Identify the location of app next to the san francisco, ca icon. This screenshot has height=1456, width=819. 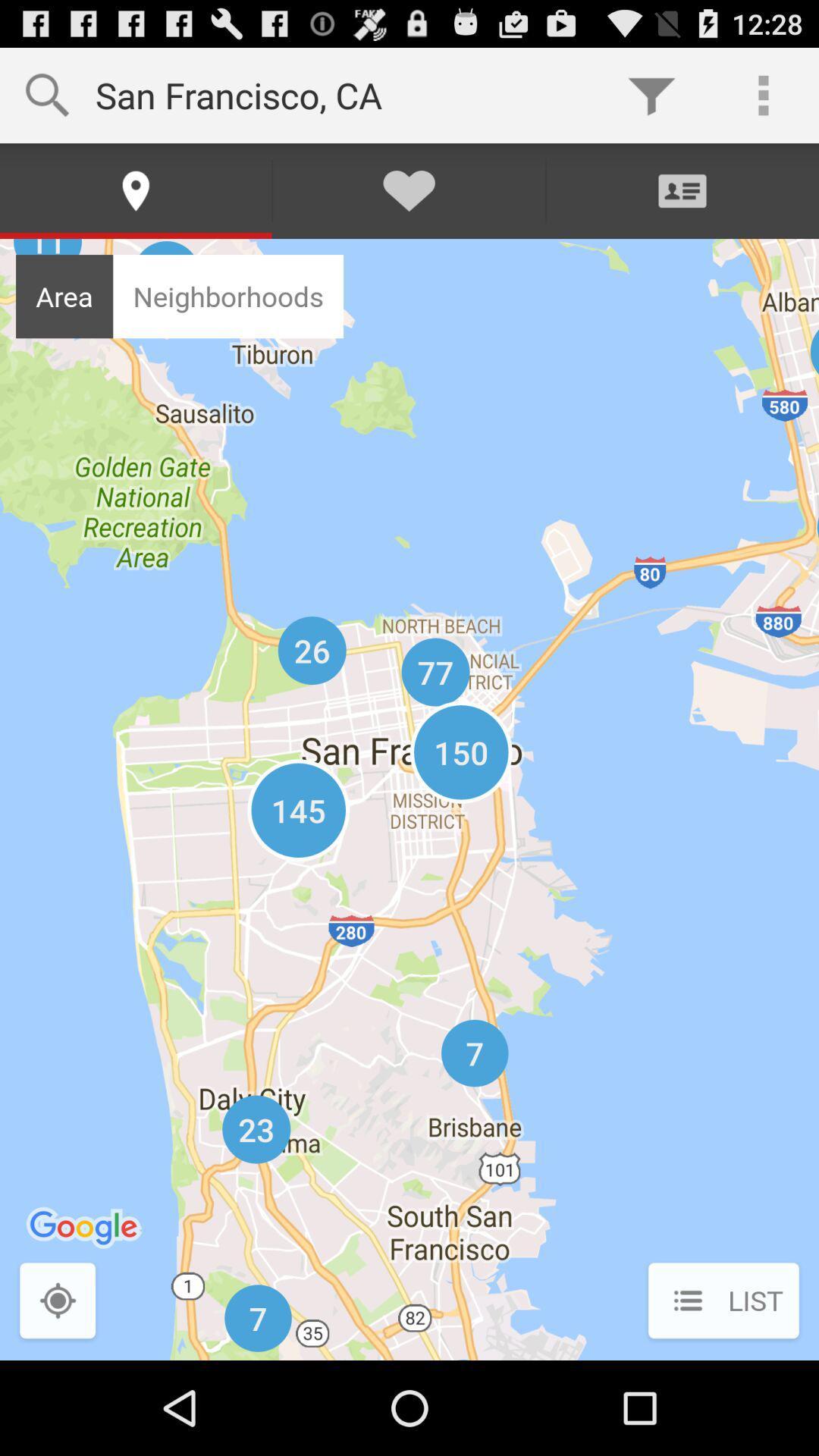
(651, 94).